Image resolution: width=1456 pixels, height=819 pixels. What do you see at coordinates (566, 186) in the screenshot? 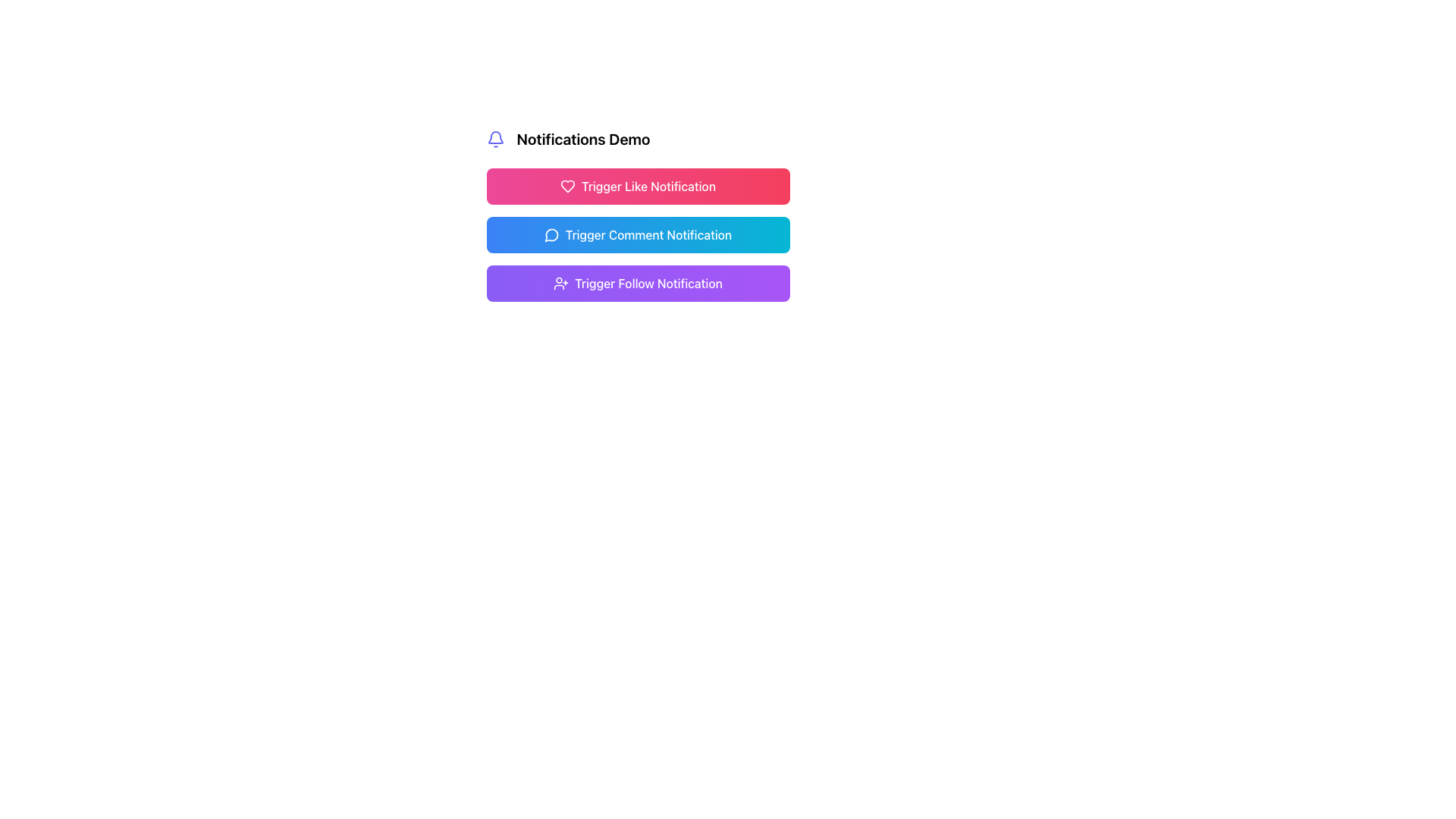
I see `the heart-shaped icon with a hollow center, which is located within the 'Trigger Like Notification' button for tooltip or visual feedback` at bounding box center [566, 186].